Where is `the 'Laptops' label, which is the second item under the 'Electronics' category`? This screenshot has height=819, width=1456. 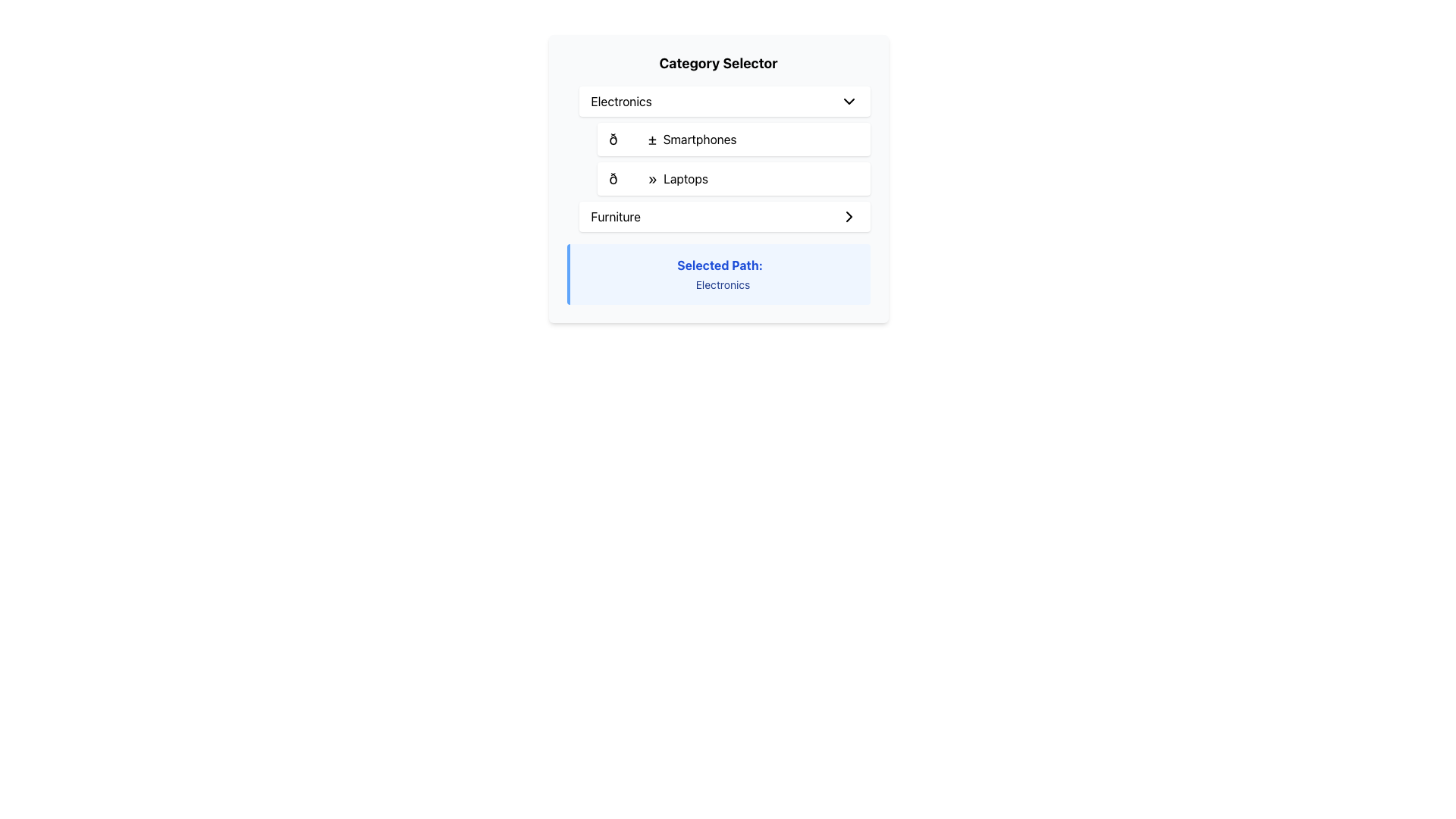 the 'Laptops' label, which is the second item under the 'Electronics' category is located at coordinates (658, 177).